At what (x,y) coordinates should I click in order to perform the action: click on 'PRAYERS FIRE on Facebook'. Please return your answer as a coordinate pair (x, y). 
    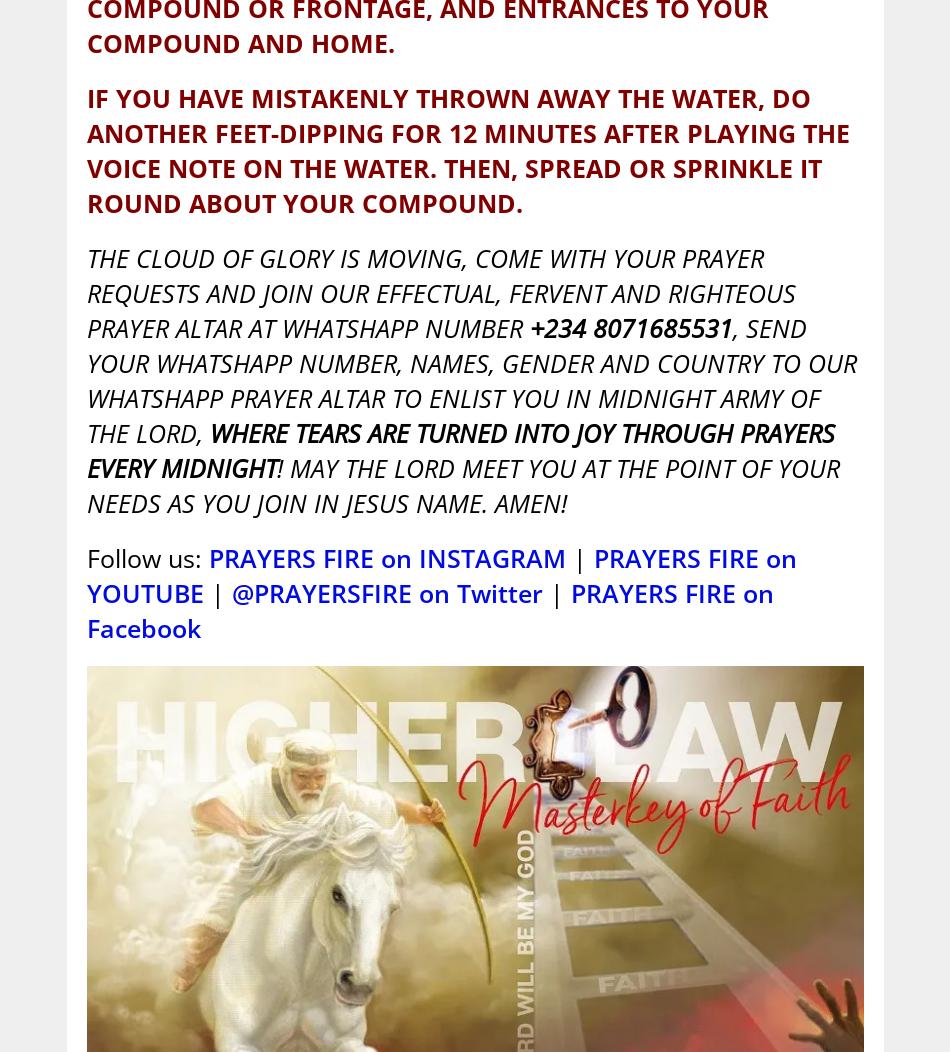
    Looking at the image, I should click on (428, 609).